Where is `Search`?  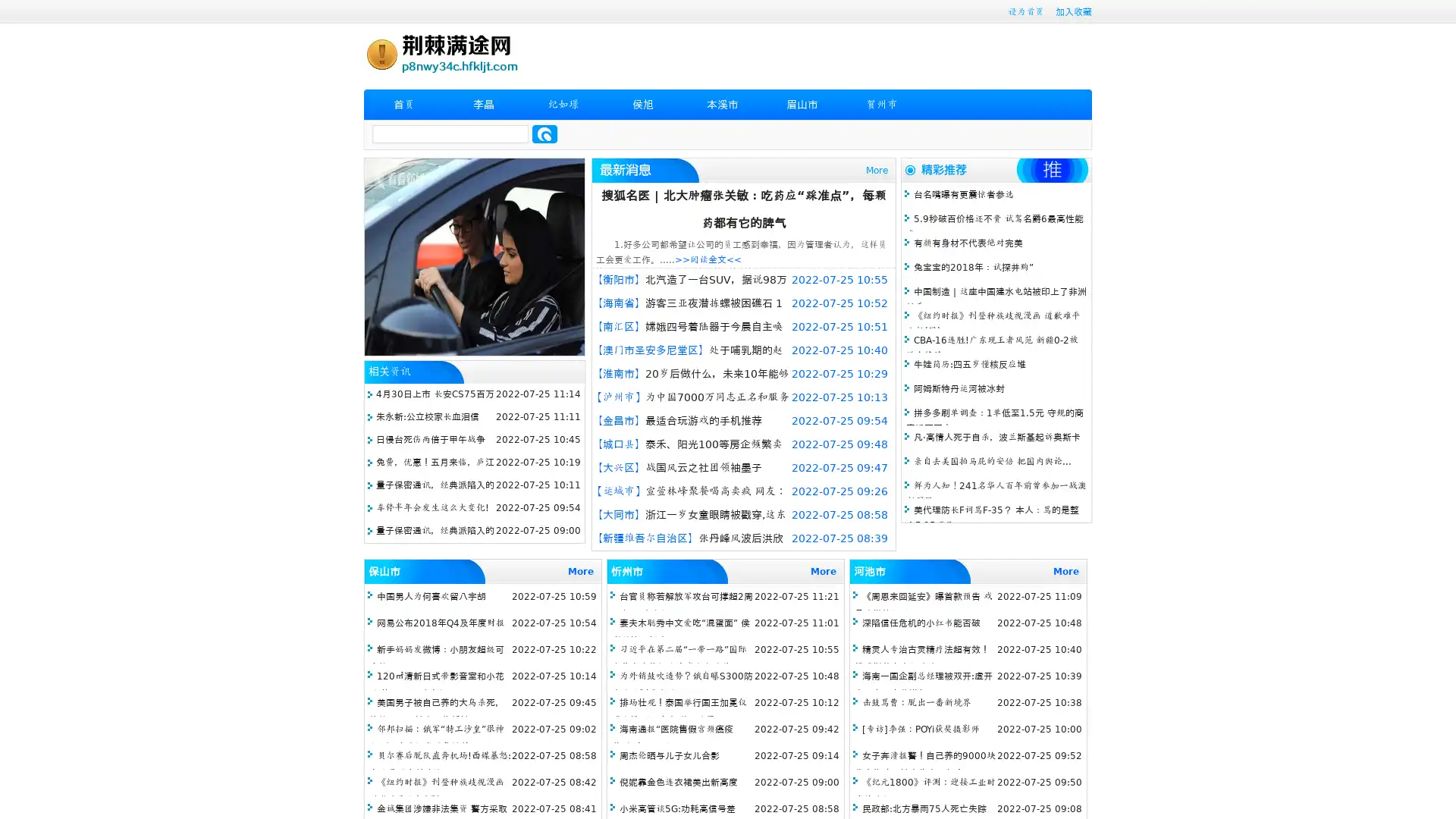 Search is located at coordinates (544, 133).